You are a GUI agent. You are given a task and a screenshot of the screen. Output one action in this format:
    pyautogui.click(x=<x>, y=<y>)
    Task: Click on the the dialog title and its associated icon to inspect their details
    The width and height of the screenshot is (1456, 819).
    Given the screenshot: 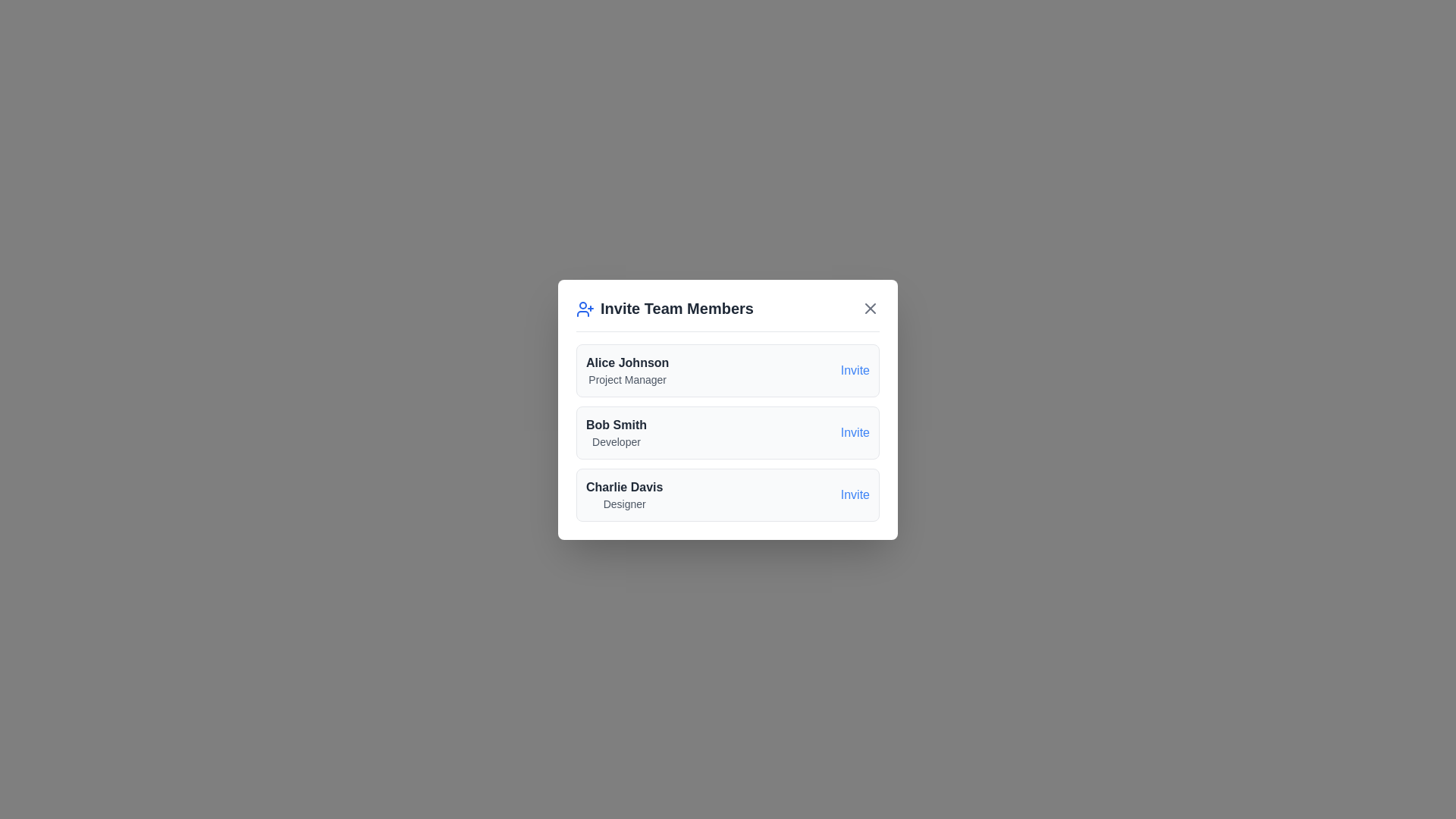 What is the action you would take?
    pyautogui.click(x=665, y=307)
    